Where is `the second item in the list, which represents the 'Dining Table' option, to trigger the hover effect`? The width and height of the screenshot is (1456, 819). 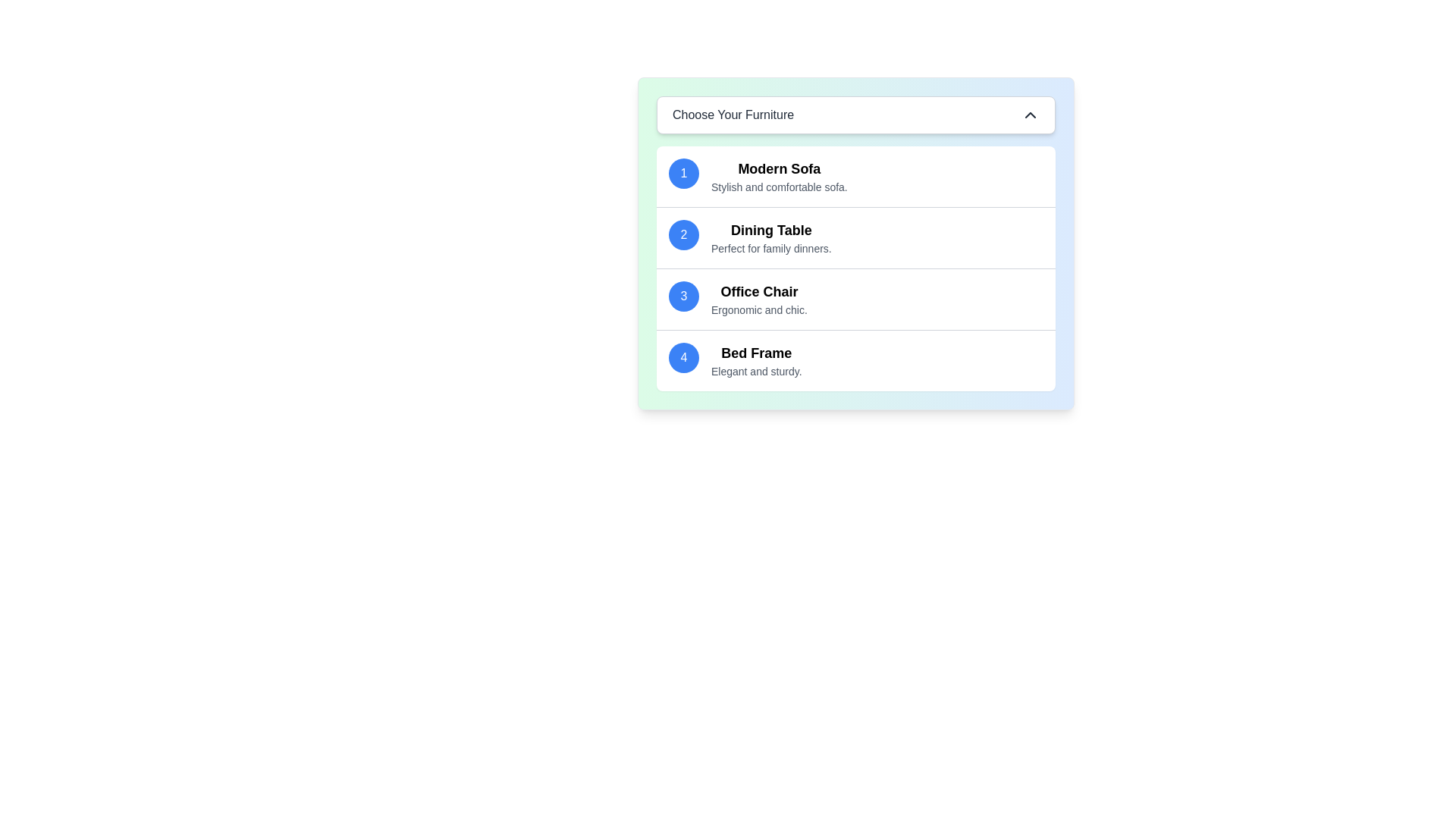
the second item in the list, which represents the 'Dining Table' option, to trigger the hover effect is located at coordinates (855, 237).